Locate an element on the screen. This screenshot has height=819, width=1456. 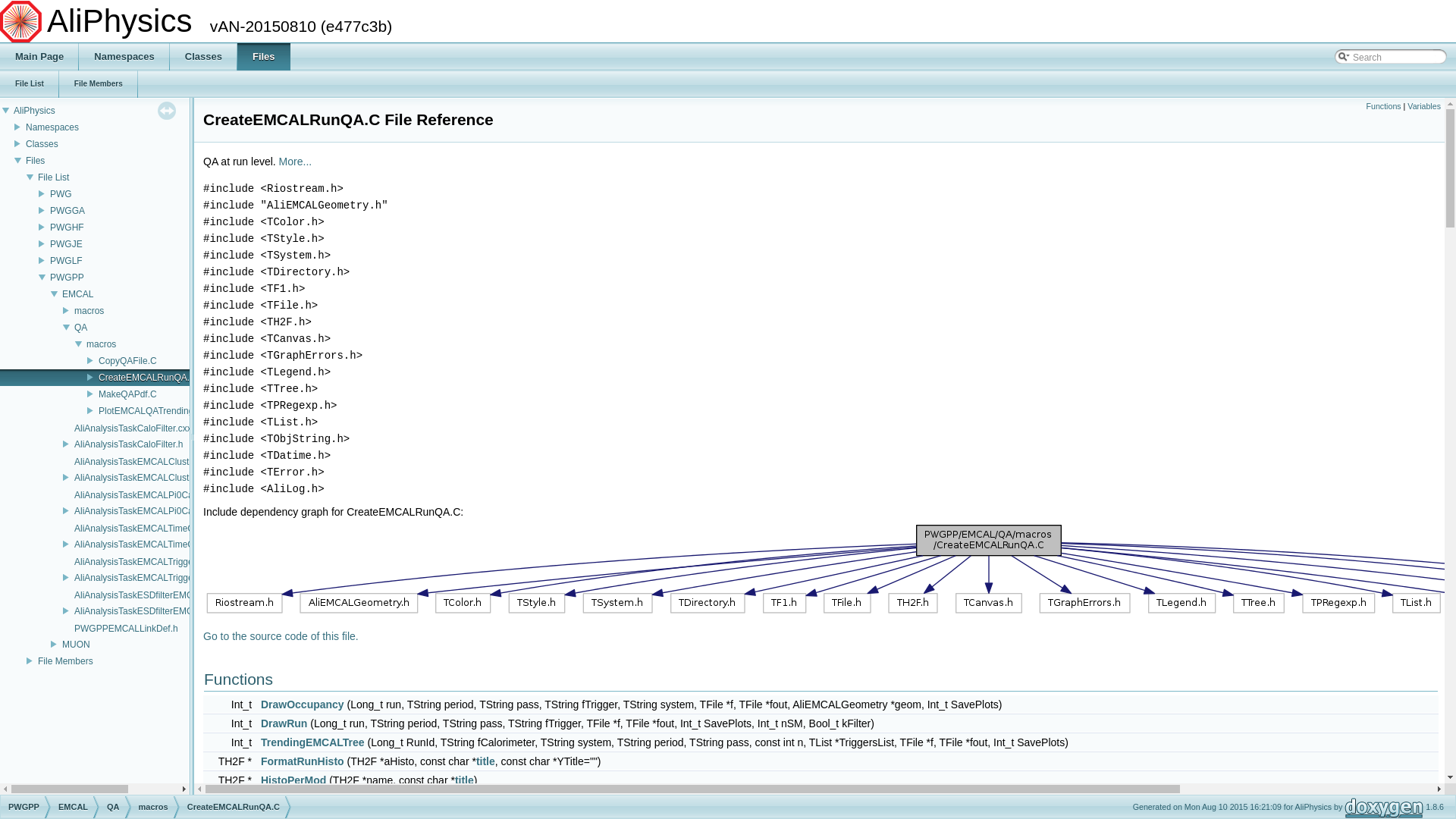
'AliAnalysisTaskEMCALClusterize.h' is located at coordinates (145, 476).